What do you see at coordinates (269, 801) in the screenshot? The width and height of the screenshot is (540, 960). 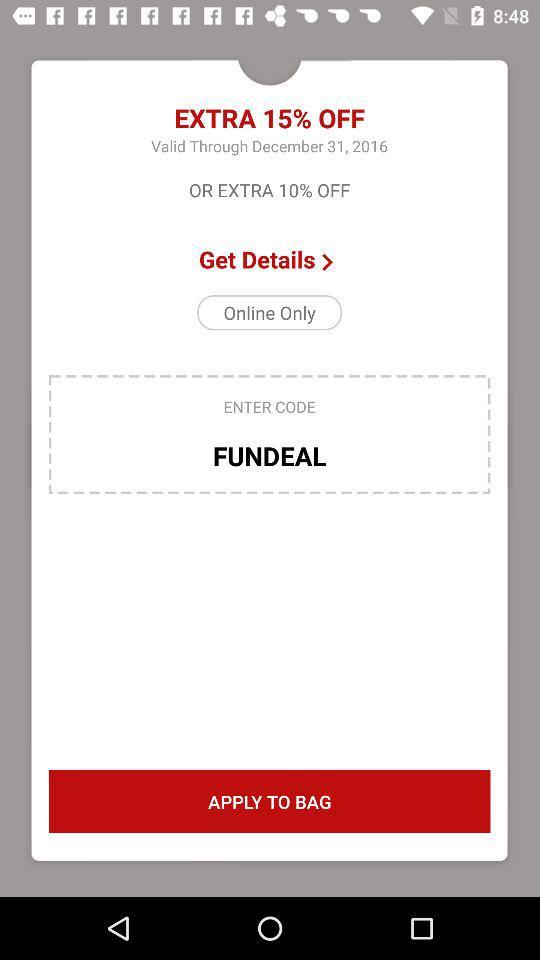 I see `the apply to bag` at bounding box center [269, 801].